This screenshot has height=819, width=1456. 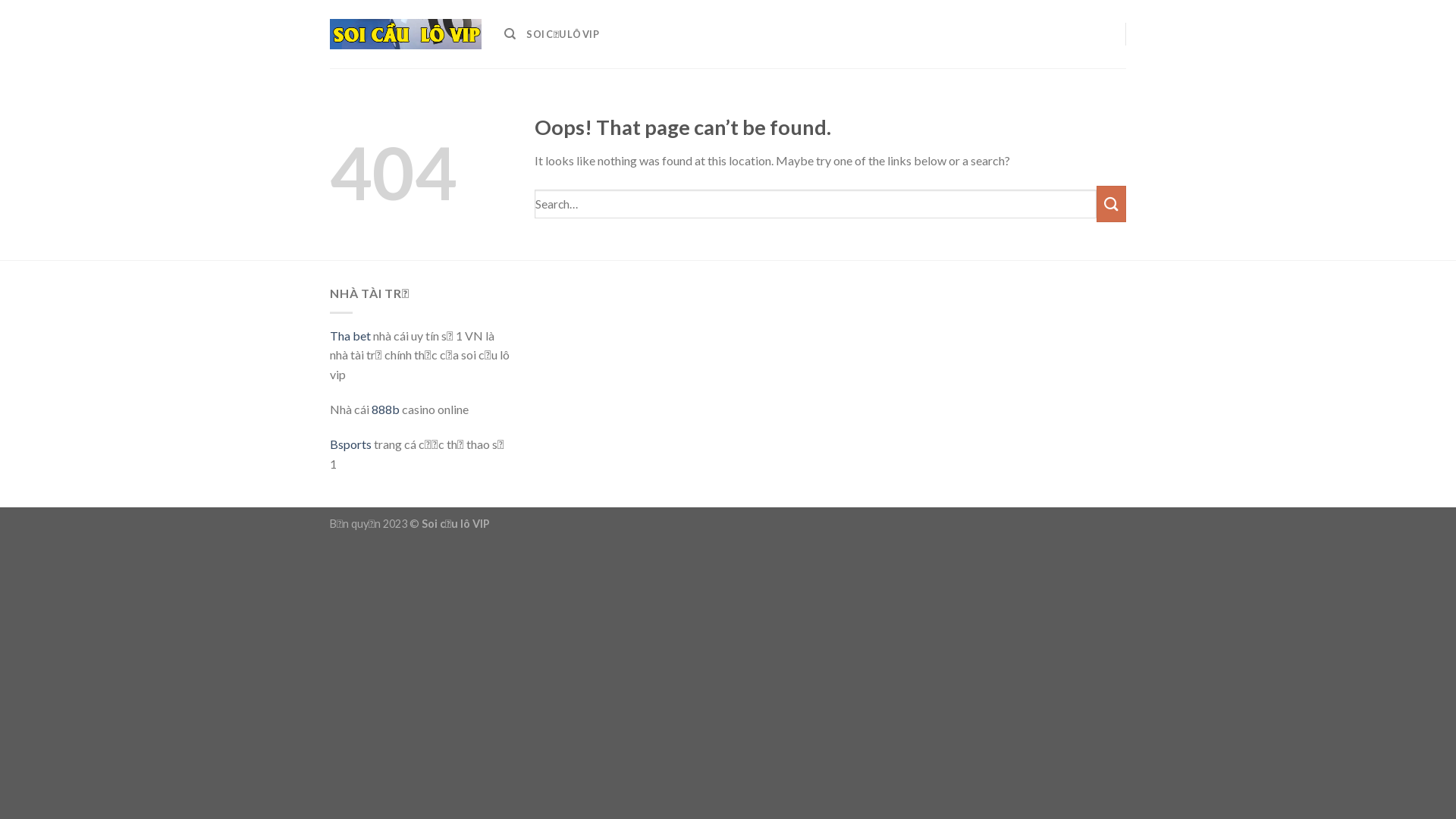 I want to click on '888b', so click(x=385, y=408).